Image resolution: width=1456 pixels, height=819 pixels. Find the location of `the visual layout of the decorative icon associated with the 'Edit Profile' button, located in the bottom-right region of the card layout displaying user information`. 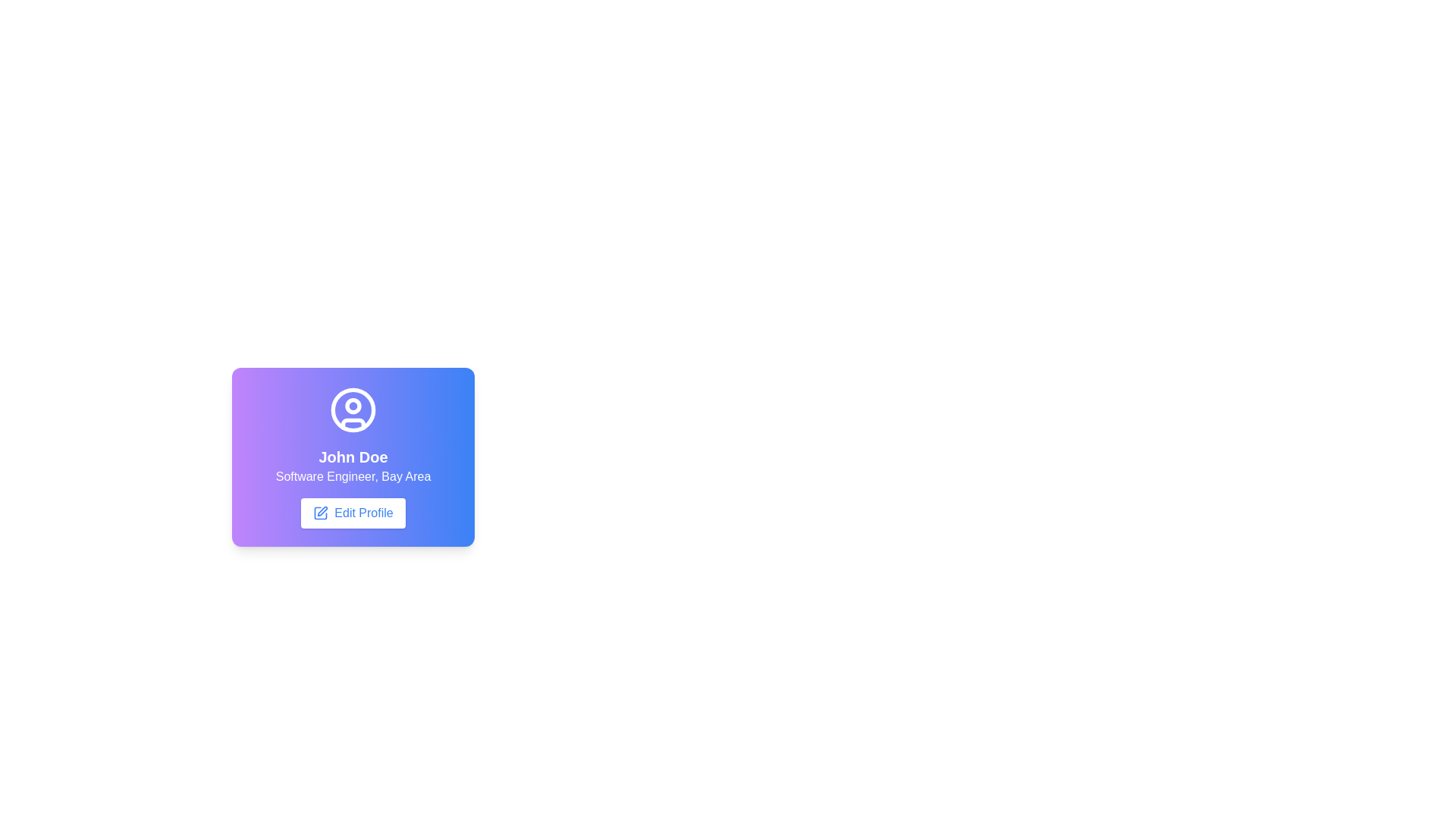

the visual layout of the decorative icon associated with the 'Edit Profile' button, located in the bottom-right region of the card layout displaying user information is located at coordinates (320, 513).